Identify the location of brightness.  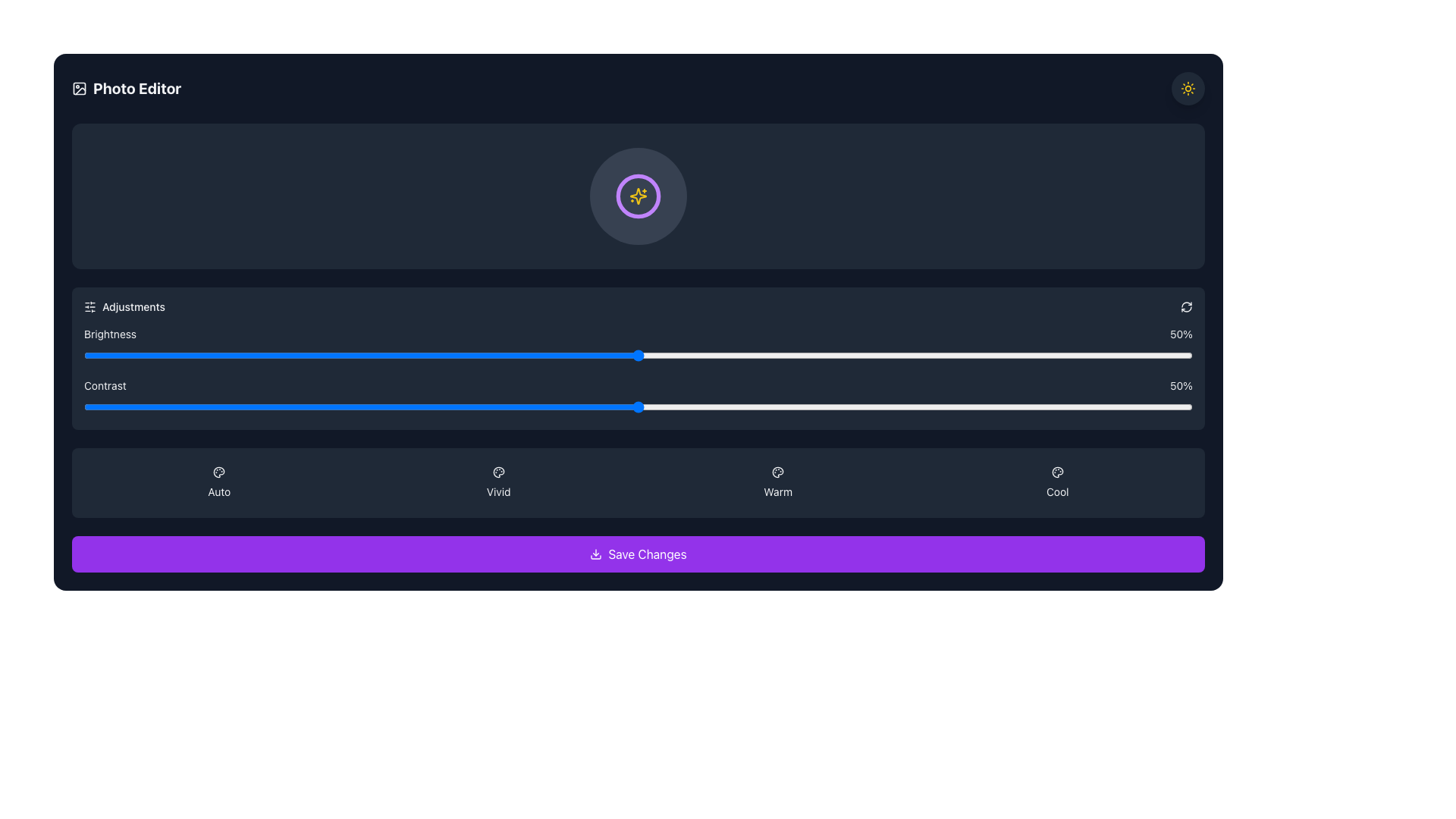
(460, 356).